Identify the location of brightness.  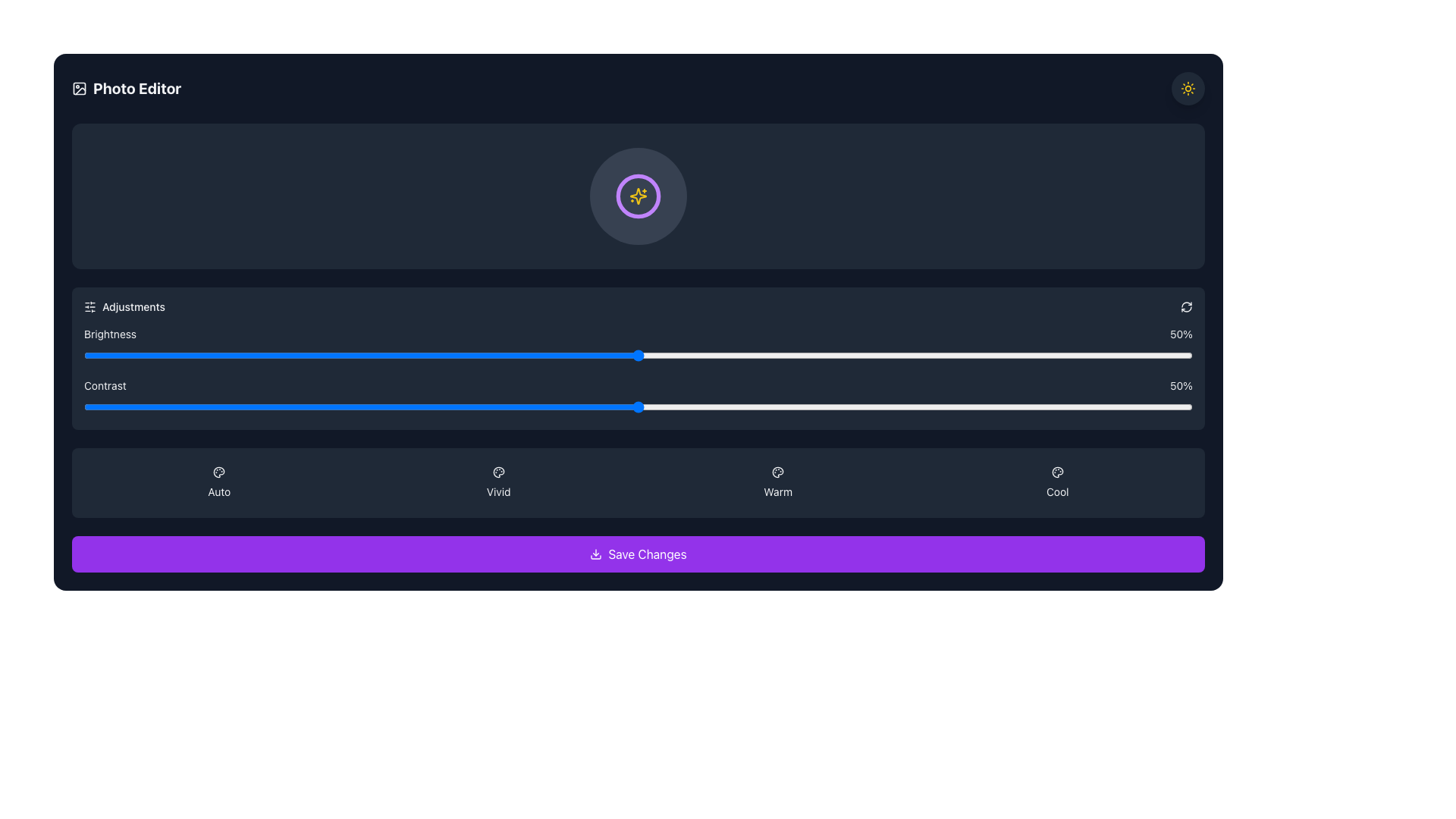
(460, 356).